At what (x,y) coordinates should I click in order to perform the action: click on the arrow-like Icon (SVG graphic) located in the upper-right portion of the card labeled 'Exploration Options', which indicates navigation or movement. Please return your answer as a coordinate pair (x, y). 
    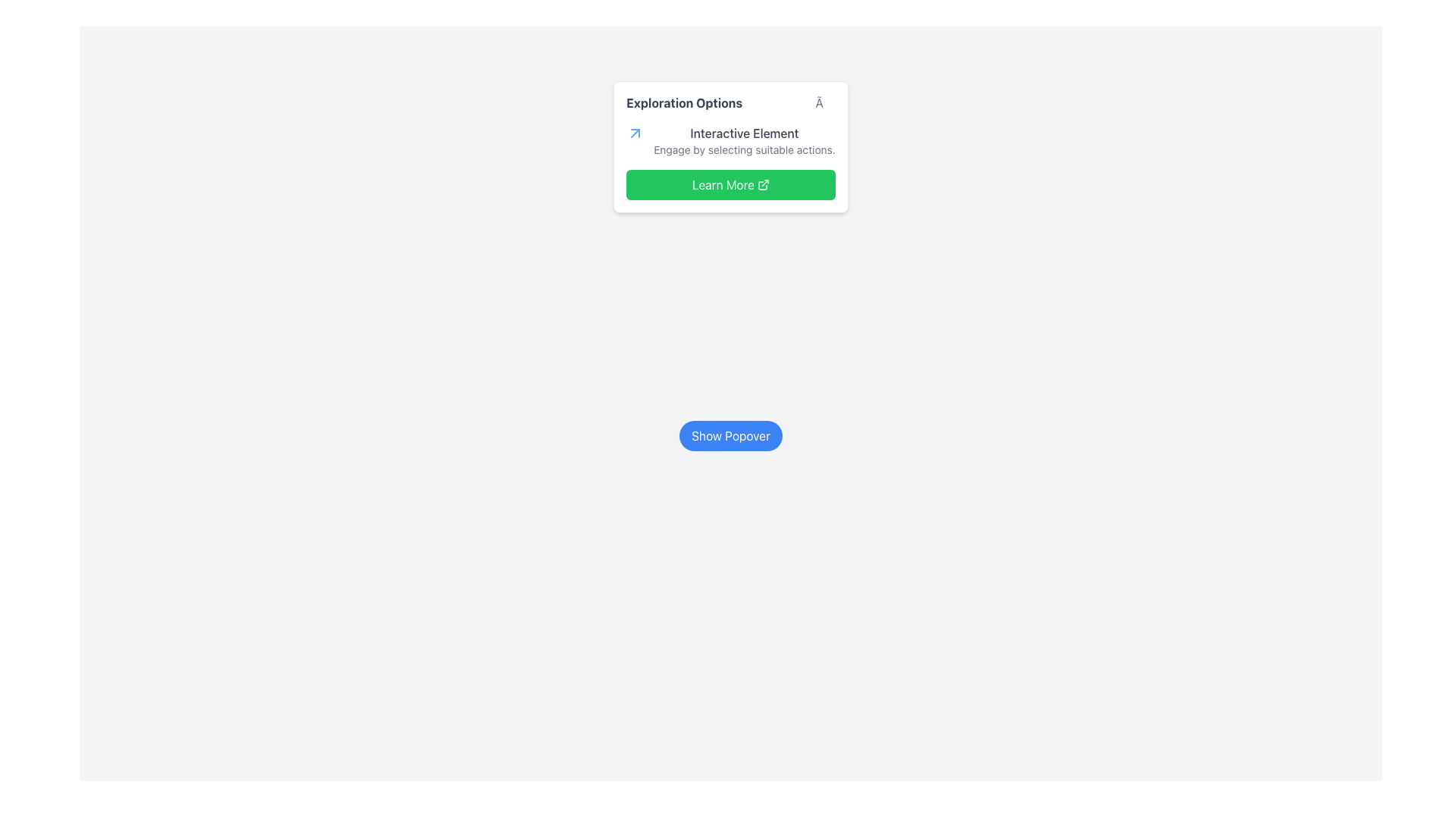
    Looking at the image, I should click on (635, 133).